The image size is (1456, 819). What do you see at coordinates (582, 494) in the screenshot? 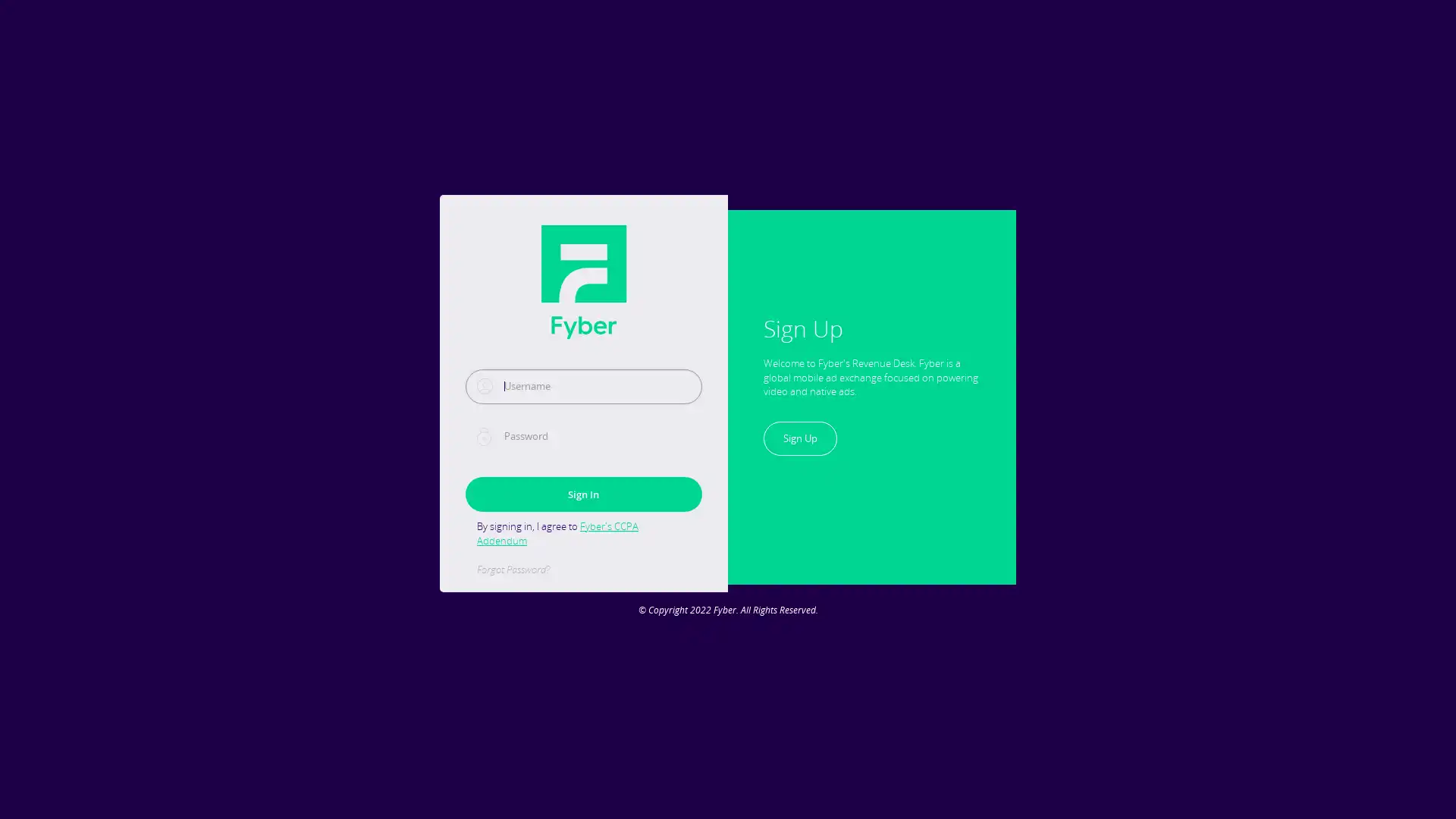
I see `Sign In` at bounding box center [582, 494].